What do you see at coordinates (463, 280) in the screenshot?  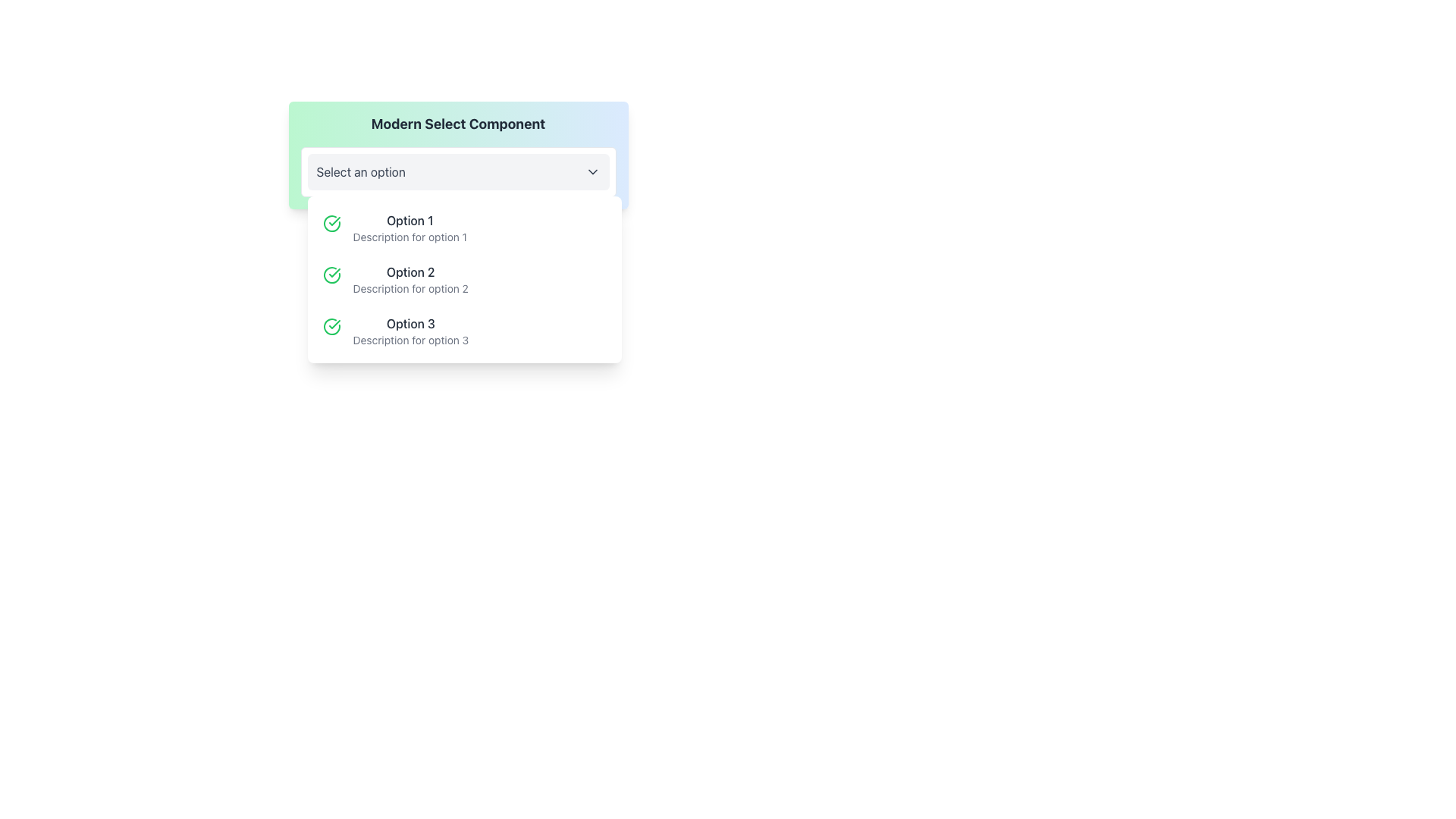 I see `the second item in the dropdown list, which is part of a Modern Select Component` at bounding box center [463, 280].